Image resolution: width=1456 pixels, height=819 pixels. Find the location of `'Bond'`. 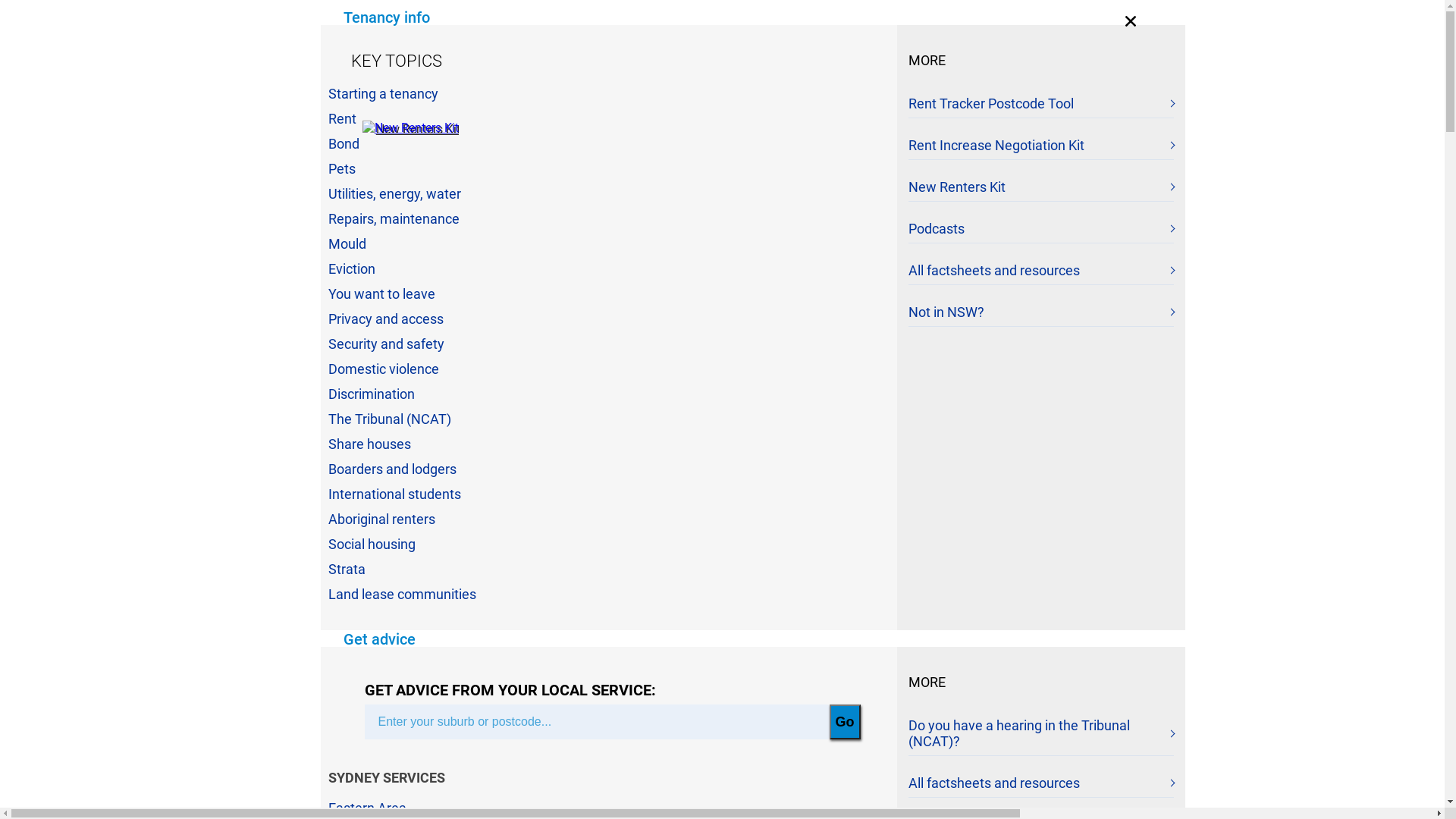

'Bond' is located at coordinates (342, 143).